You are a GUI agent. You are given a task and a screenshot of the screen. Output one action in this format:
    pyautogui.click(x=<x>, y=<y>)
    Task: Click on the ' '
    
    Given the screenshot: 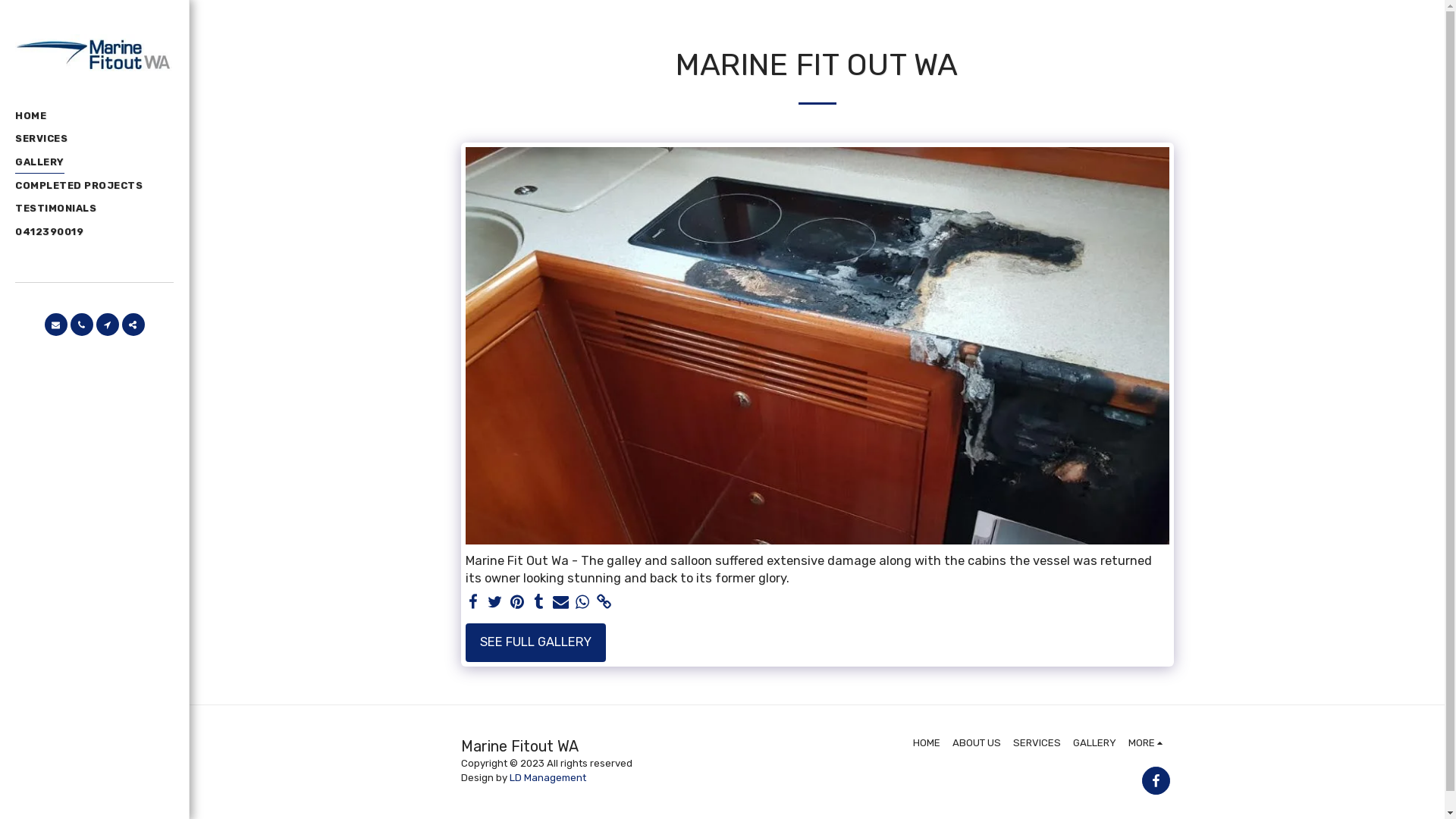 What is the action you would take?
    pyautogui.click(x=560, y=601)
    